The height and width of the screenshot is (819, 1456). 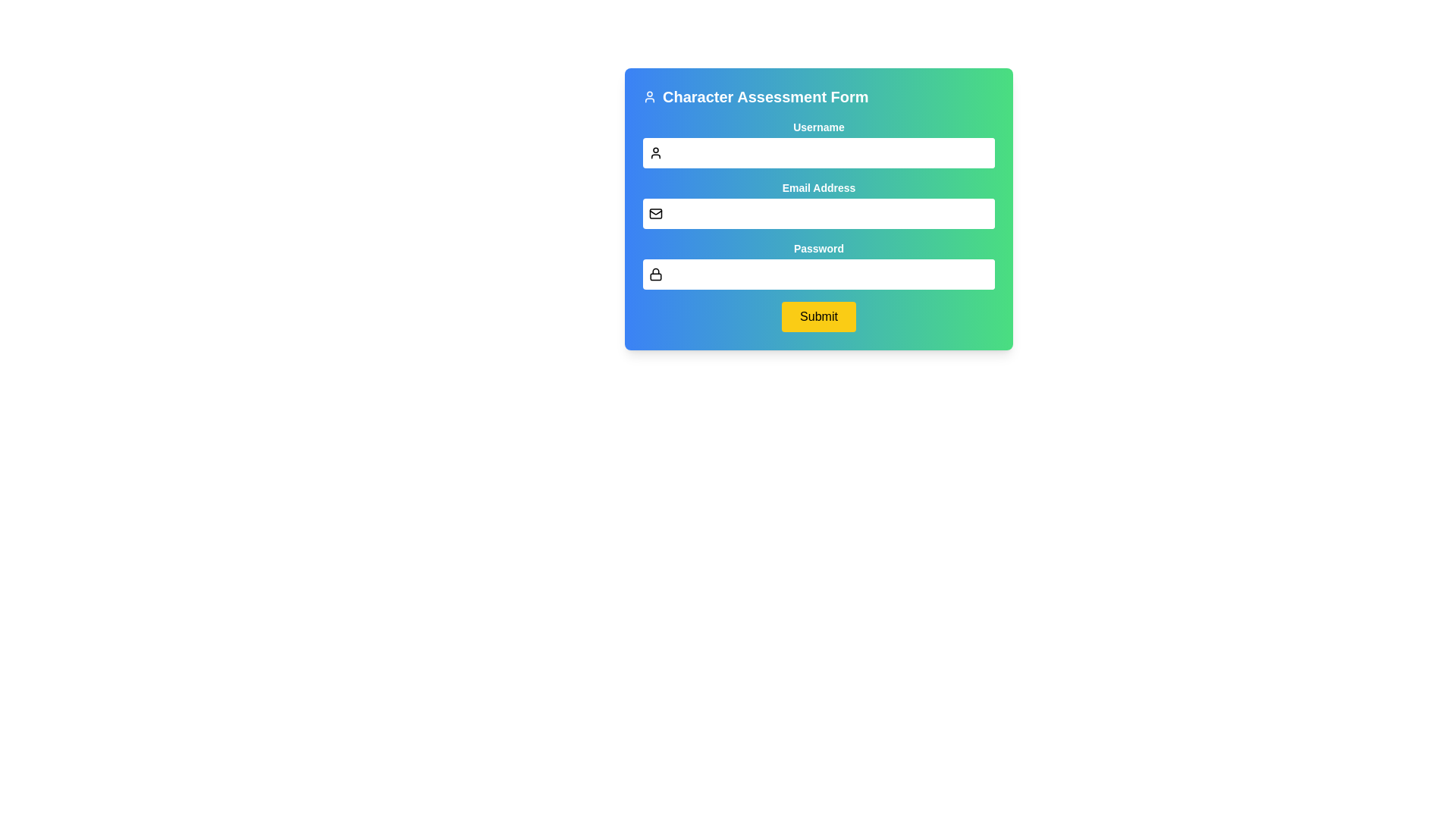 I want to click on the user icon SVG, which is located to the left of the username input field, characterized by a circle representing a head and a semi-circle for shoulders, so click(x=655, y=152).